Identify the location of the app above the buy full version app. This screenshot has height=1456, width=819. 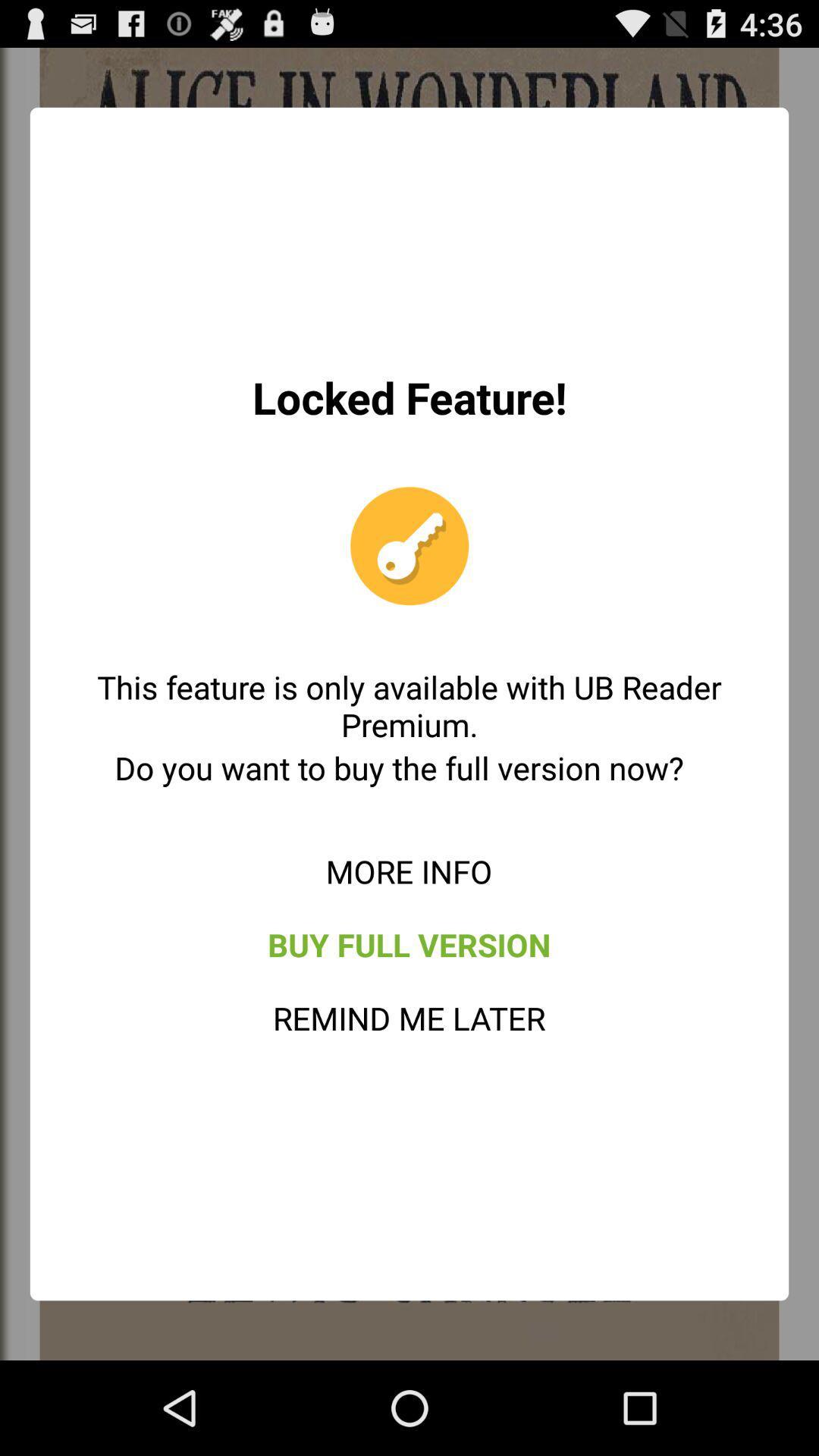
(408, 871).